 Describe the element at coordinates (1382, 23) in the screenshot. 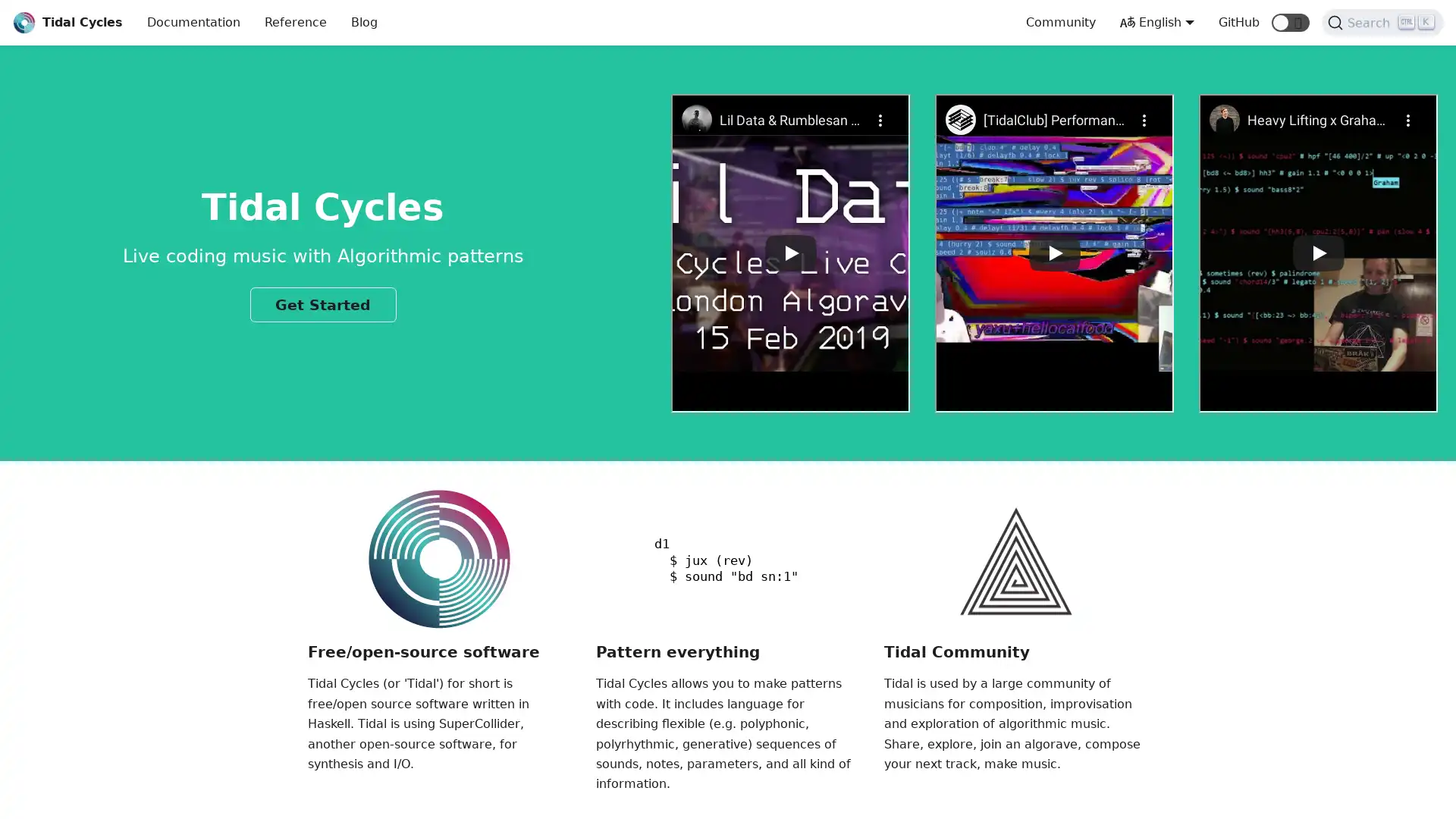

I see `Search` at that location.